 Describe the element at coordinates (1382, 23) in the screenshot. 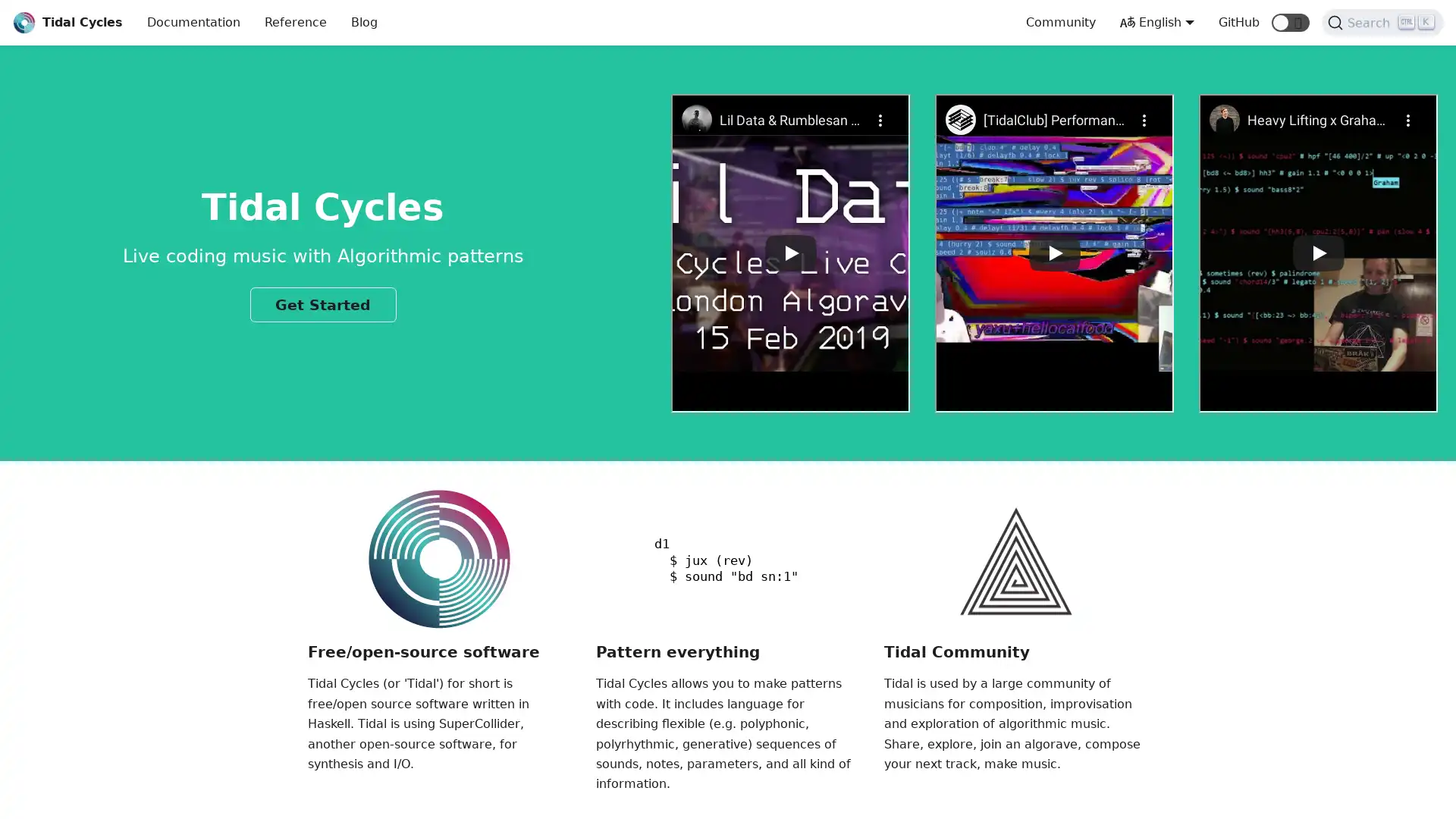

I see `Search` at that location.